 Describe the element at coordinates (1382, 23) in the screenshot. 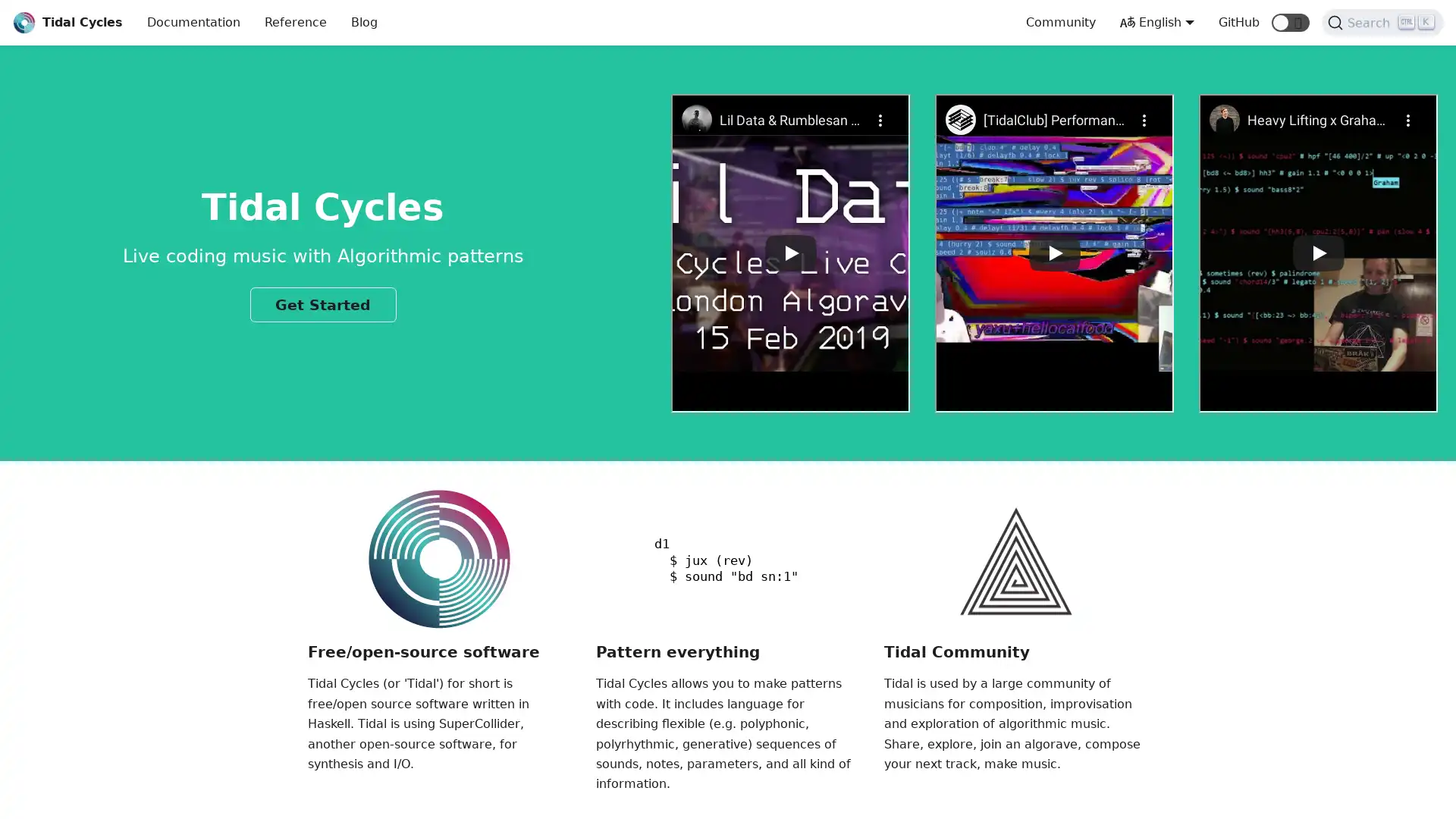

I see `Search` at that location.